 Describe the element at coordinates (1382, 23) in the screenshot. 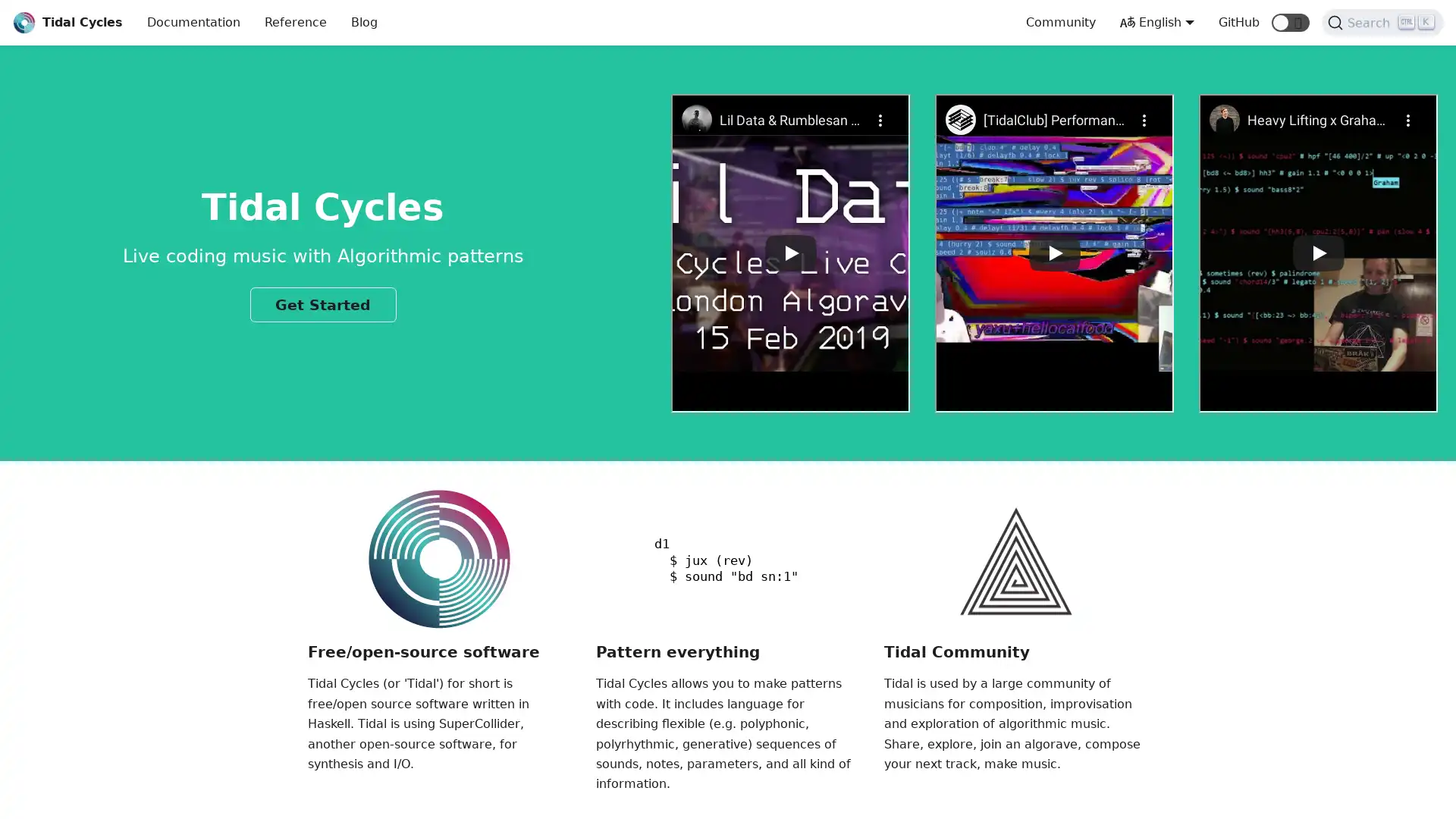

I see `Search` at that location.